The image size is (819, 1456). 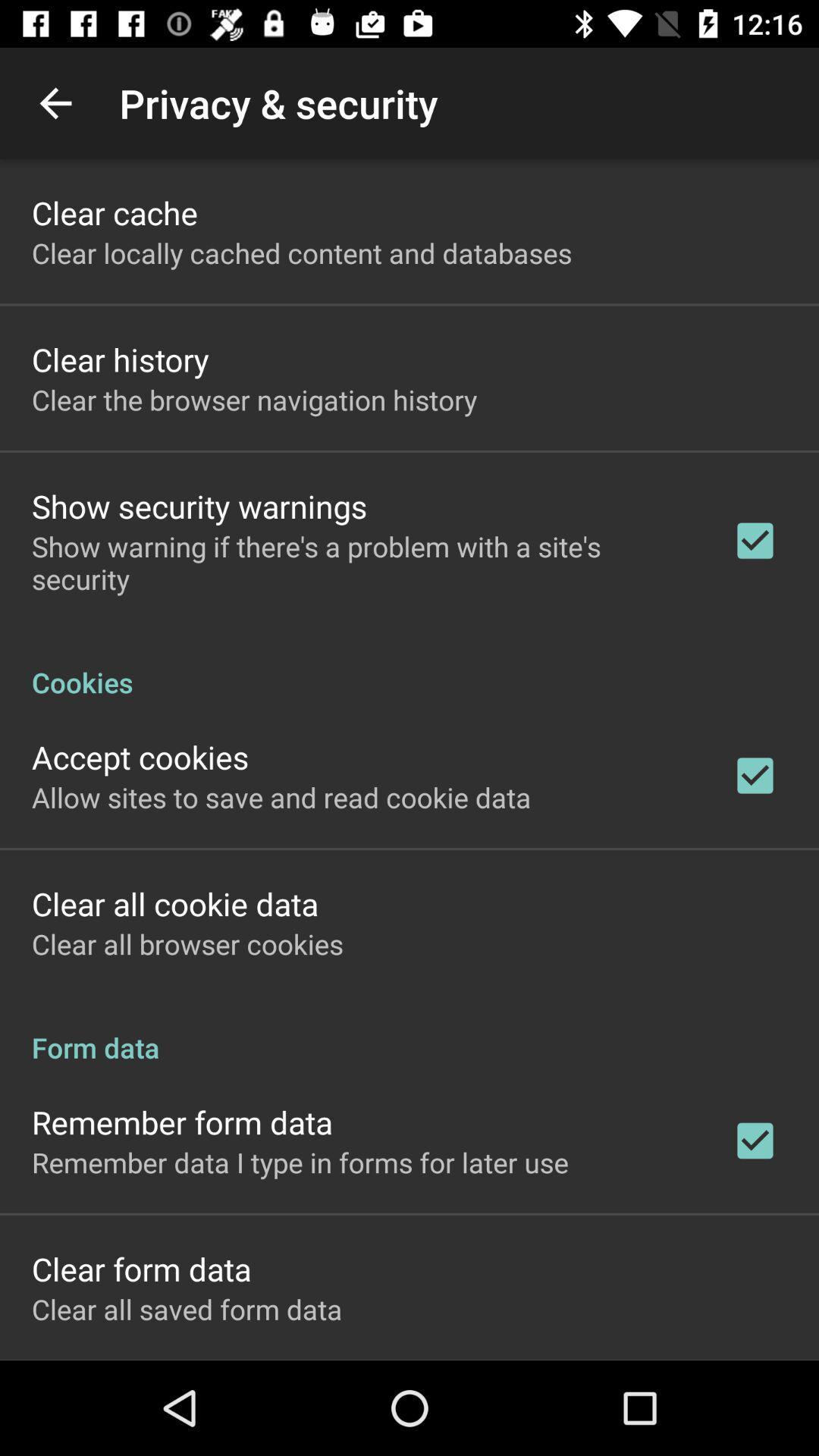 I want to click on the item below show security warnings icon, so click(x=362, y=562).